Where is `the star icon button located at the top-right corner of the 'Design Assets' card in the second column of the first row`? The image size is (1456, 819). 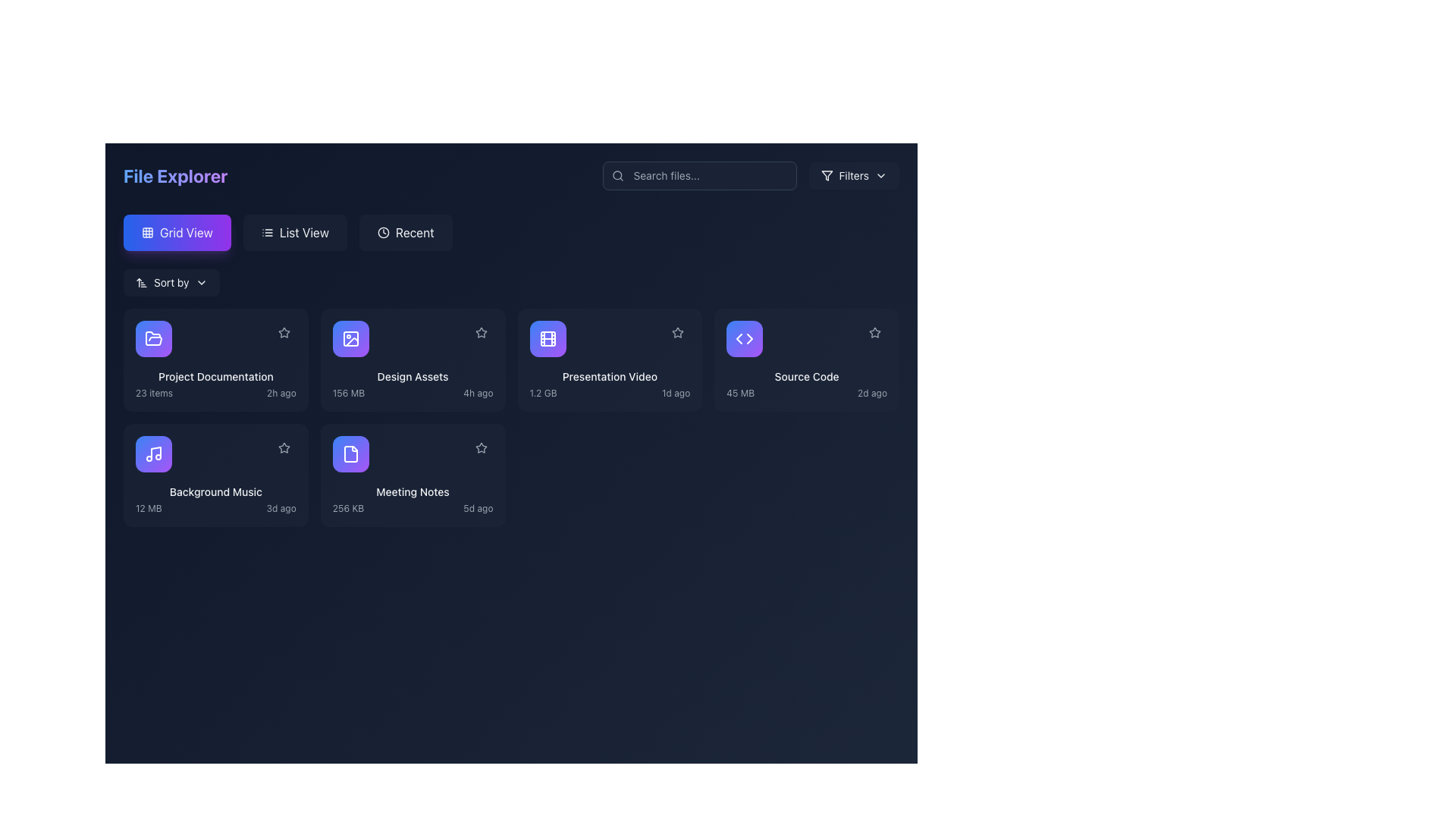 the star icon button located at the top-right corner of the 'Design Assets' card in the second column of the first row is located at coordinates (480, 331).